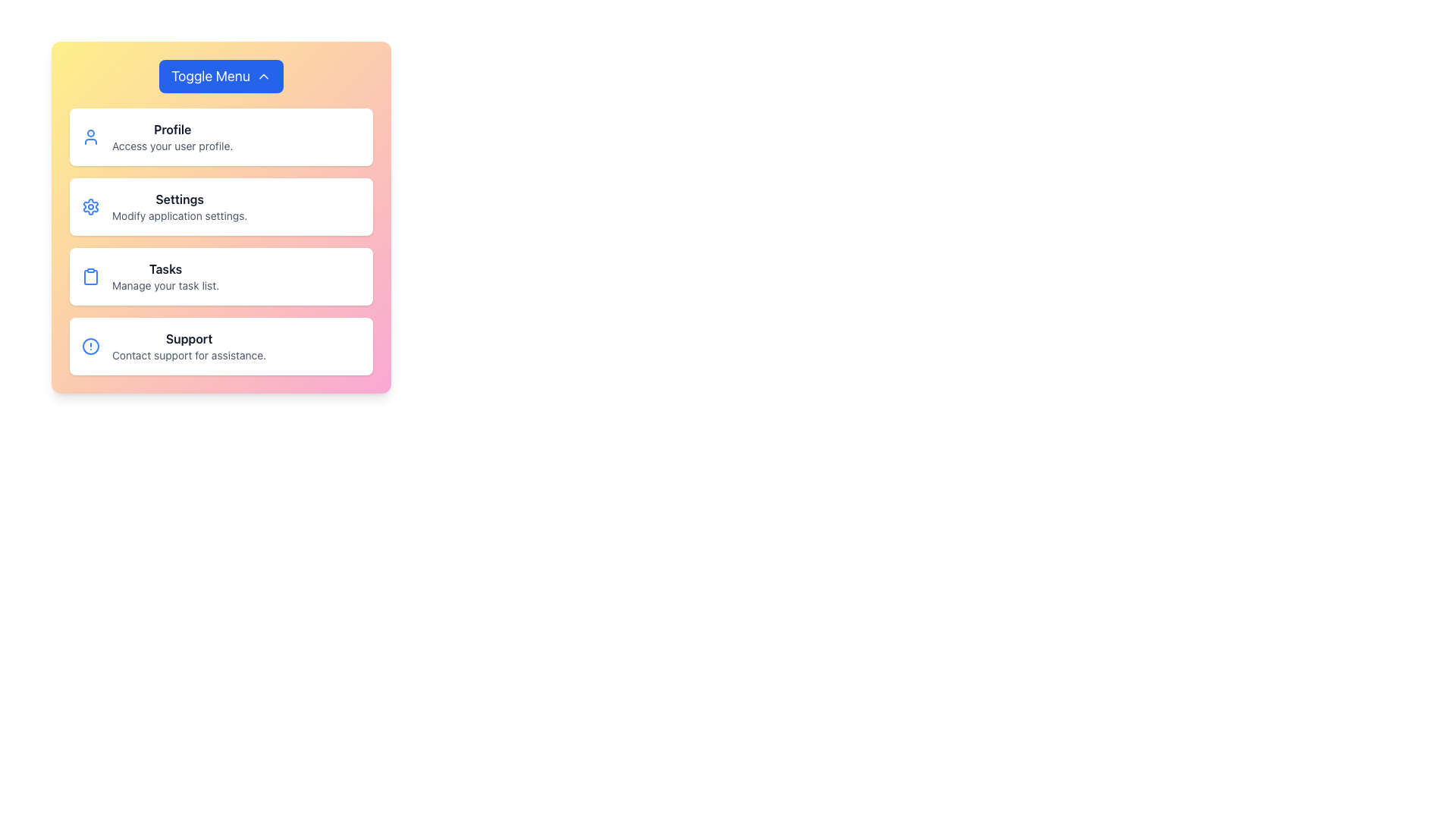 Image resolution: width=1456 pixels, height=819 pixels. What do you see at coordinates (263, 76) in the screenshot?
I see `the chevron icon located to the right of the 'Toggle Menu' text label` at bounding box center [263, 76].